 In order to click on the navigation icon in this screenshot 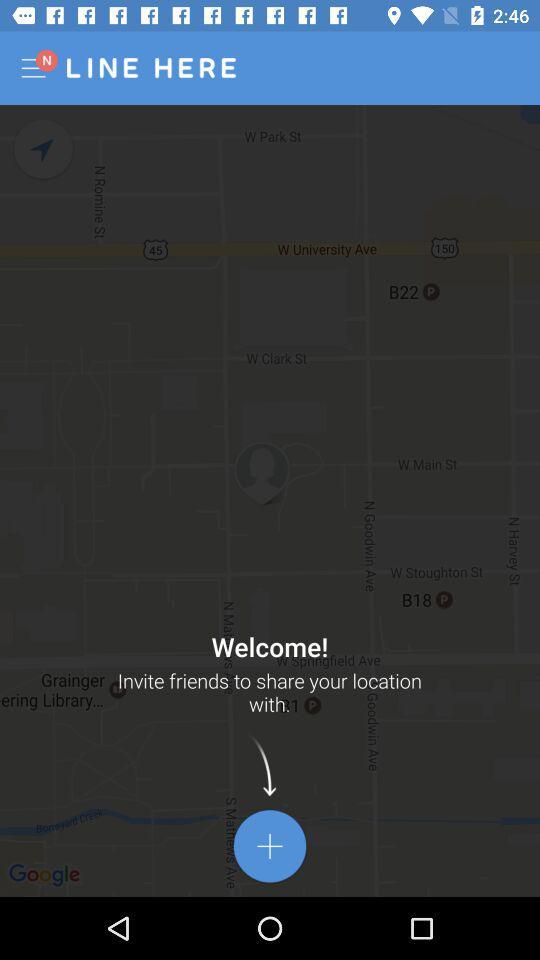, I will do `click(44, 148)`.